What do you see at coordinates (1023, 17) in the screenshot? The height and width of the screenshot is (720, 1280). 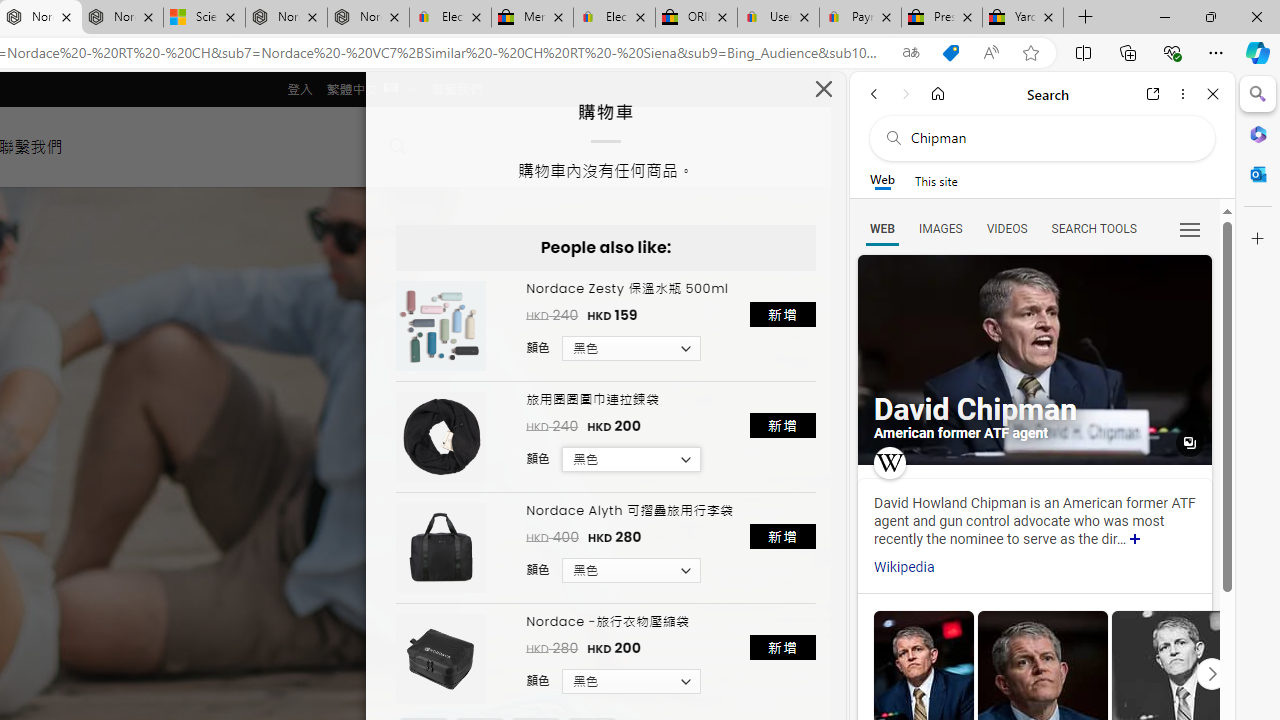 I see `'Yard, Garden & Outdoor Living'` at bounding box center [1023, 17].